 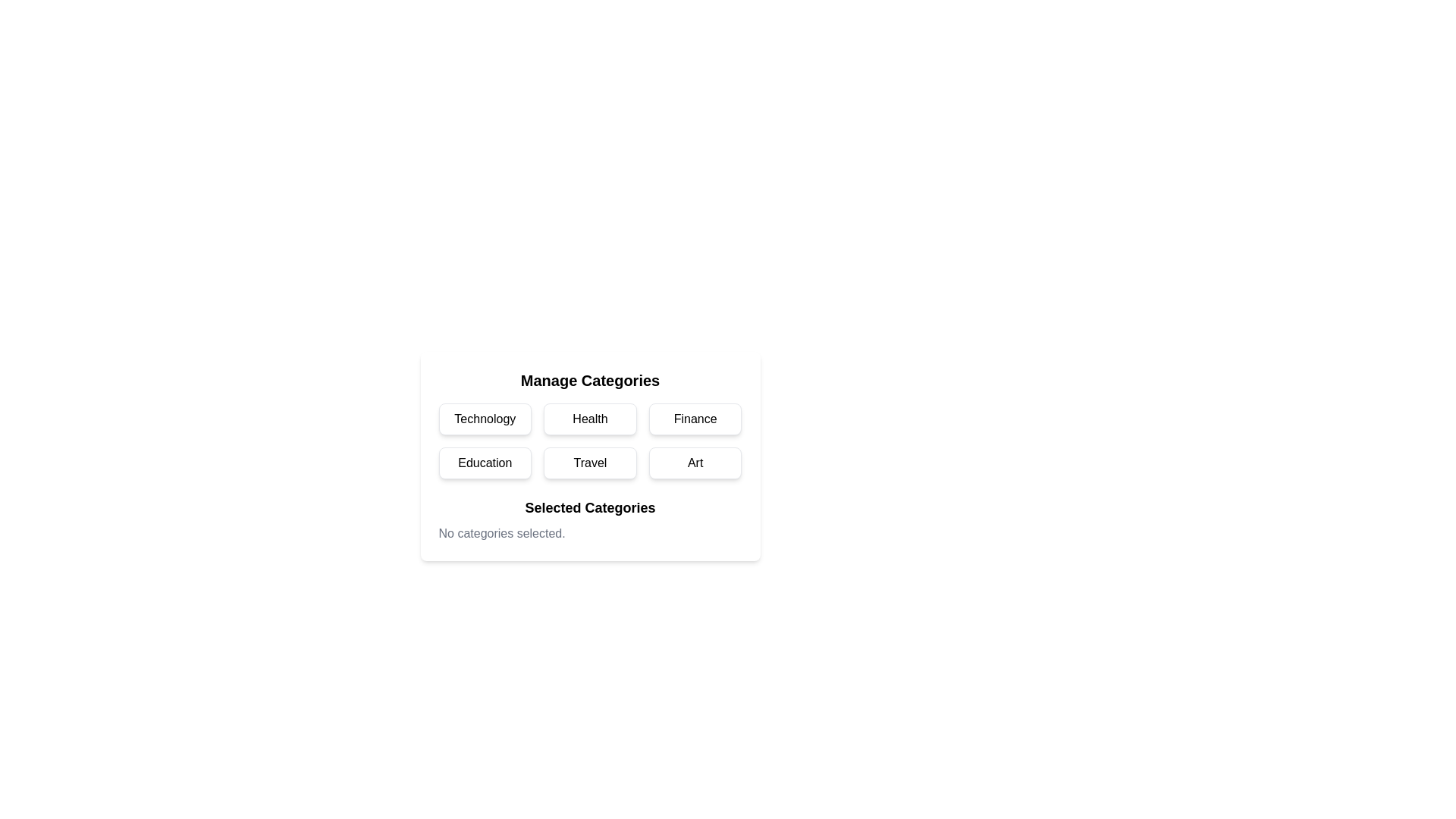 What do you see at coordinates (589, 519) in the screenshot?
I see `text displayed in the Text display component that shows 'Selected Categories' and 'No categories selected.'` at bounding box center [589, 519].